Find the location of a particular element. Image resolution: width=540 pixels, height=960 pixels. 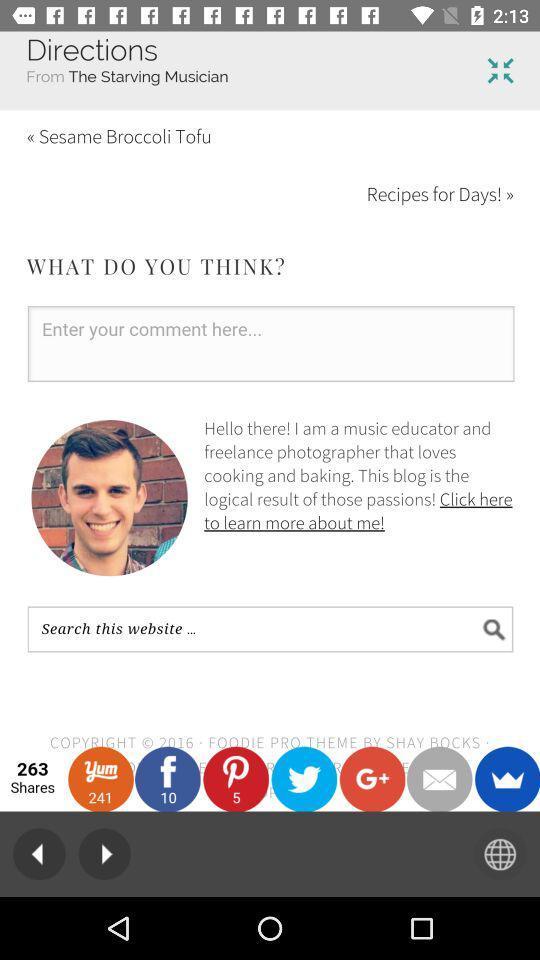

the arrow_backward icon is located at coordinates (39, 853).